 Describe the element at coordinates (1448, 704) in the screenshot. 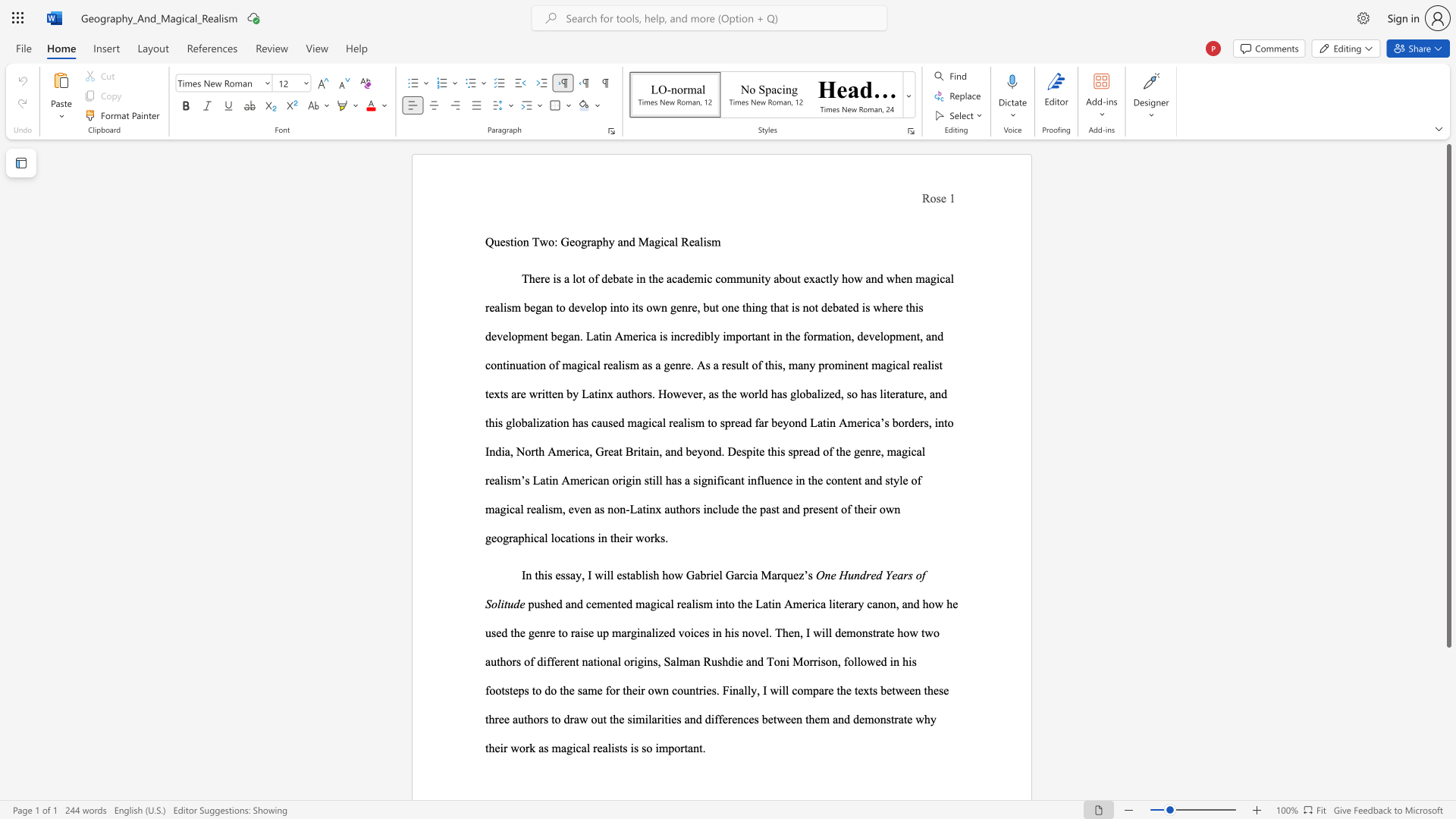

I see `the scrollbar to scroll the page down` at that location.